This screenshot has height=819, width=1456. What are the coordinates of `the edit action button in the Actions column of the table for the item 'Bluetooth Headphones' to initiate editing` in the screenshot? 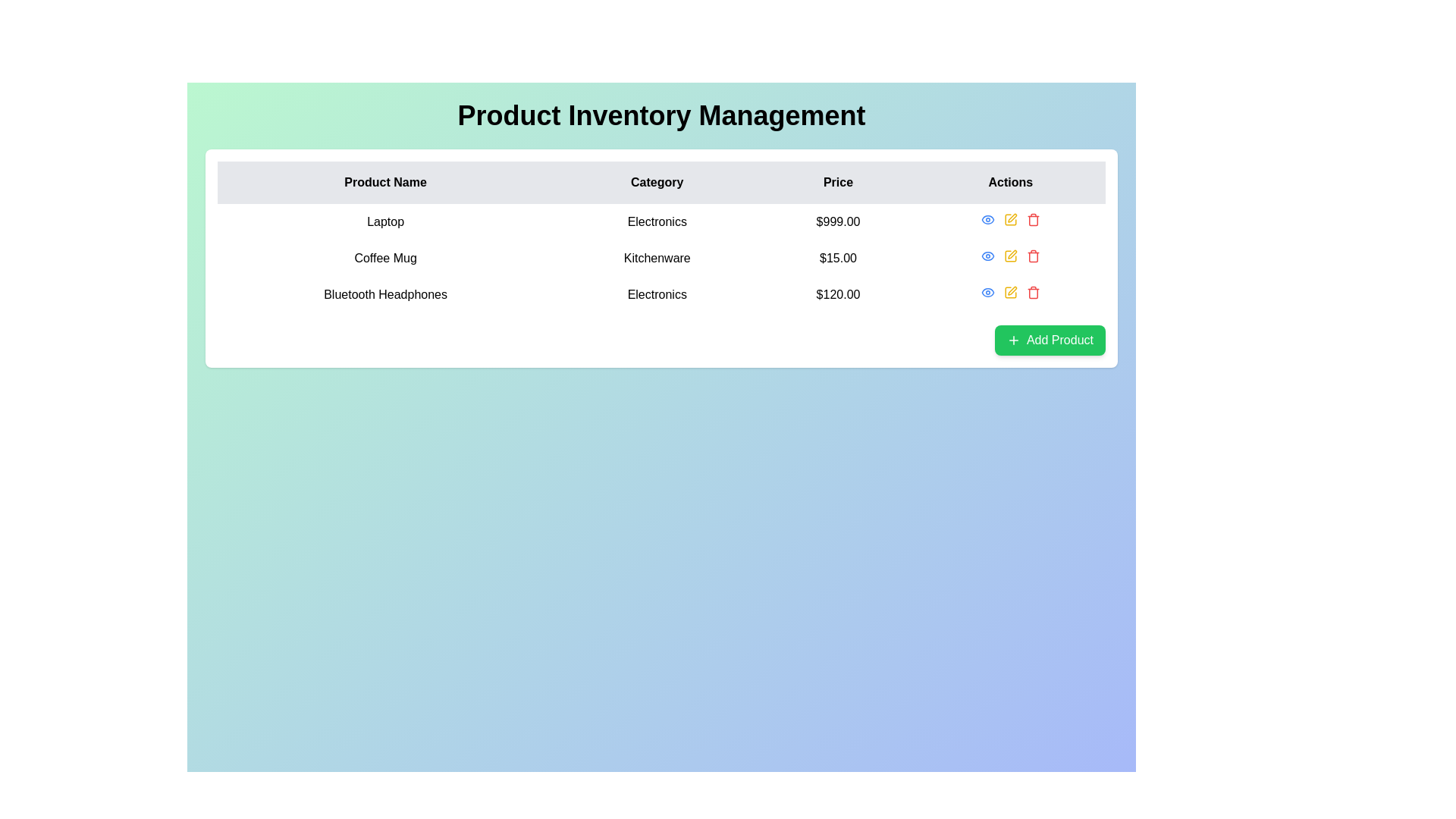 It's located at (1010, 292).